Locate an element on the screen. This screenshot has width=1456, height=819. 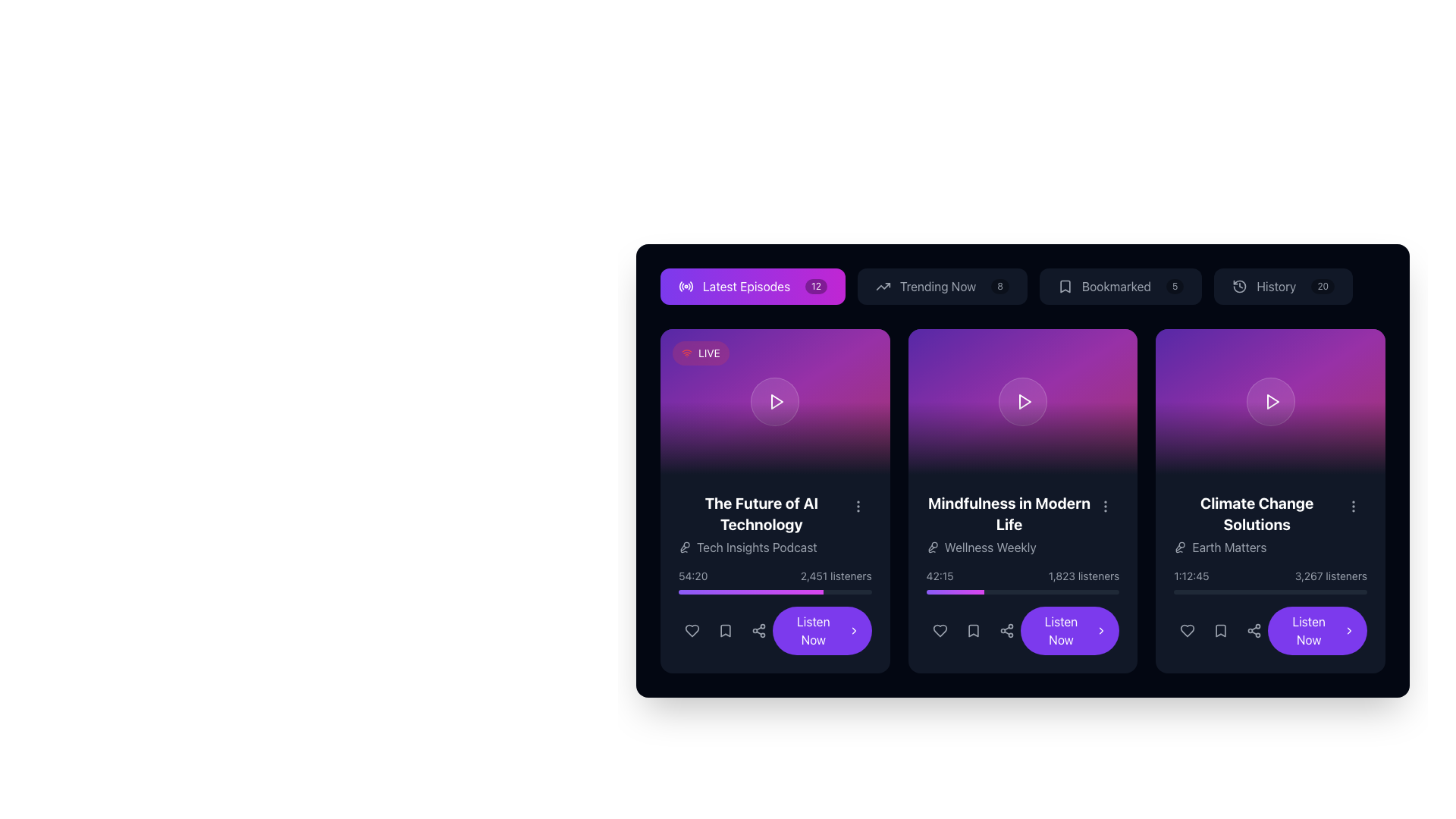
the vertically arranged ellipsis icon button consisting of three light gray dots in the top-right corner of the 'Mindfulness in Modern Life' section is located at coordinates (1106, 506).